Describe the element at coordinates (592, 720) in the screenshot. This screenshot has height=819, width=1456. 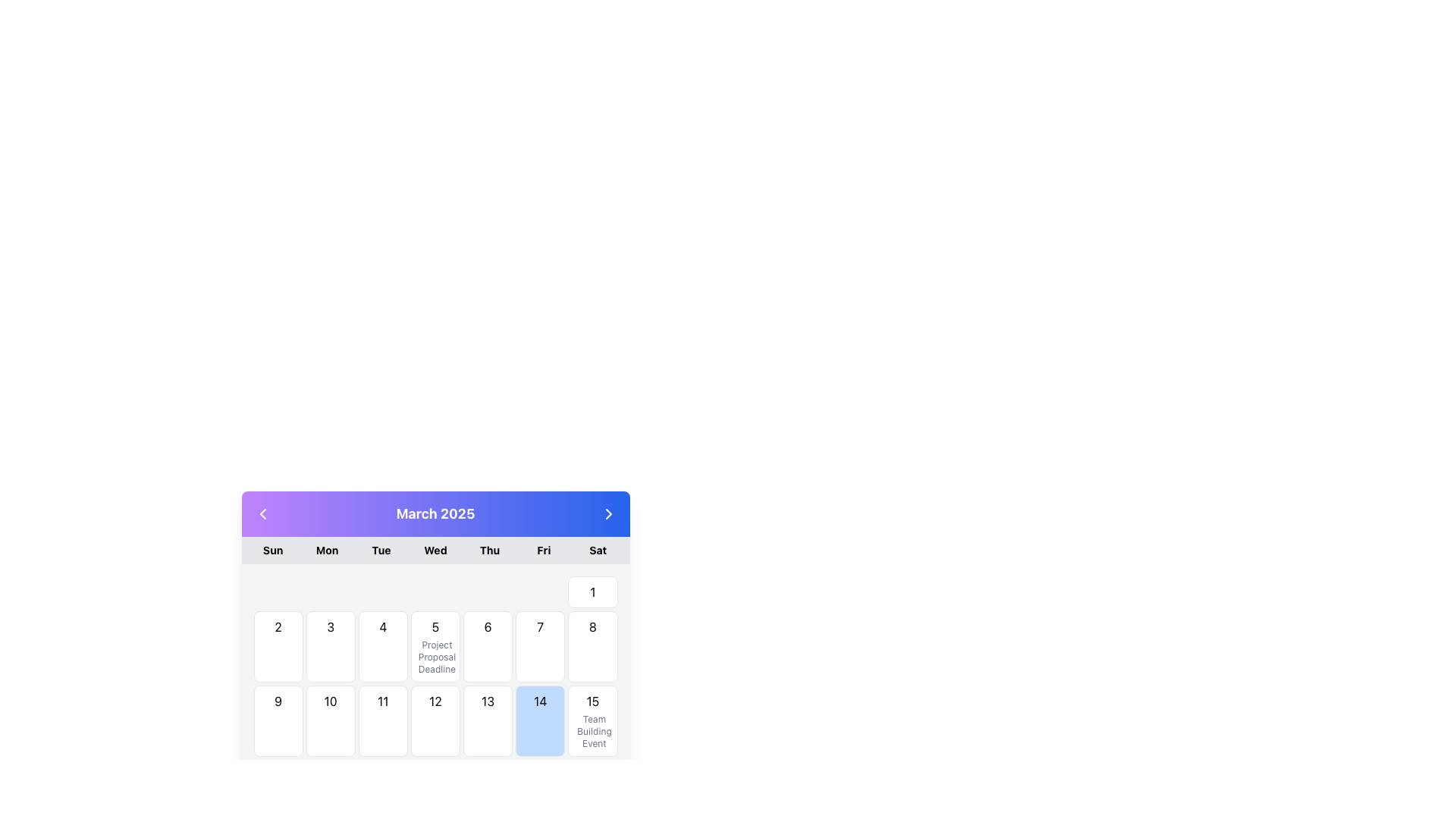
I see `the Day Cell in the Calendar representing the date '15', which includes the event 'Team Building Event', located in the fifth row and sixth column under 'Saturday'` at that location.